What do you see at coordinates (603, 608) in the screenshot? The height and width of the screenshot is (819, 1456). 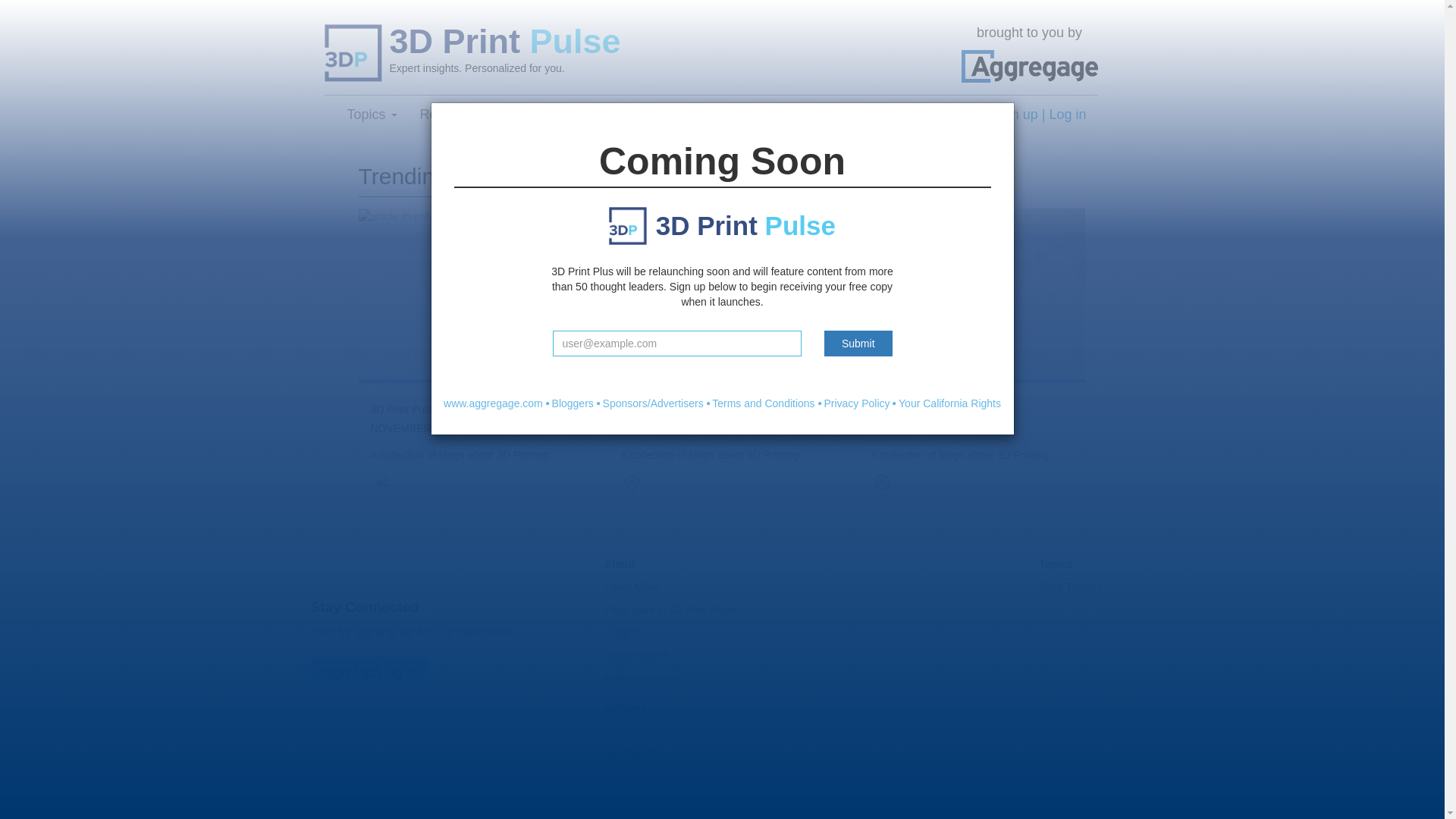 I see `'Participate in 3D Print Pulse'` at bounding box center [603, 608].